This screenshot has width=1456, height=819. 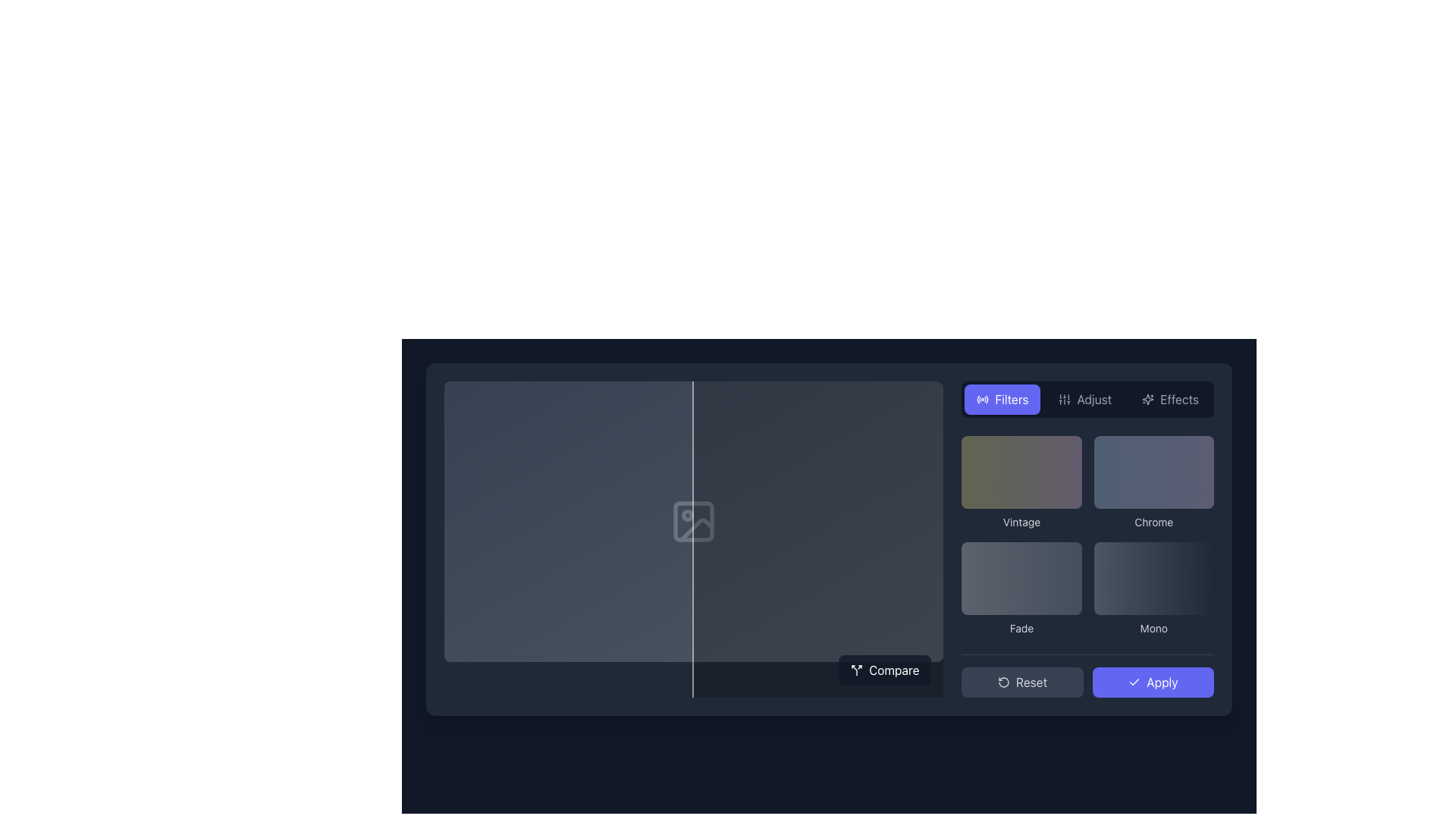 I want to click on the center of the grid layout for filter selection, so click(x=1087, y=535).